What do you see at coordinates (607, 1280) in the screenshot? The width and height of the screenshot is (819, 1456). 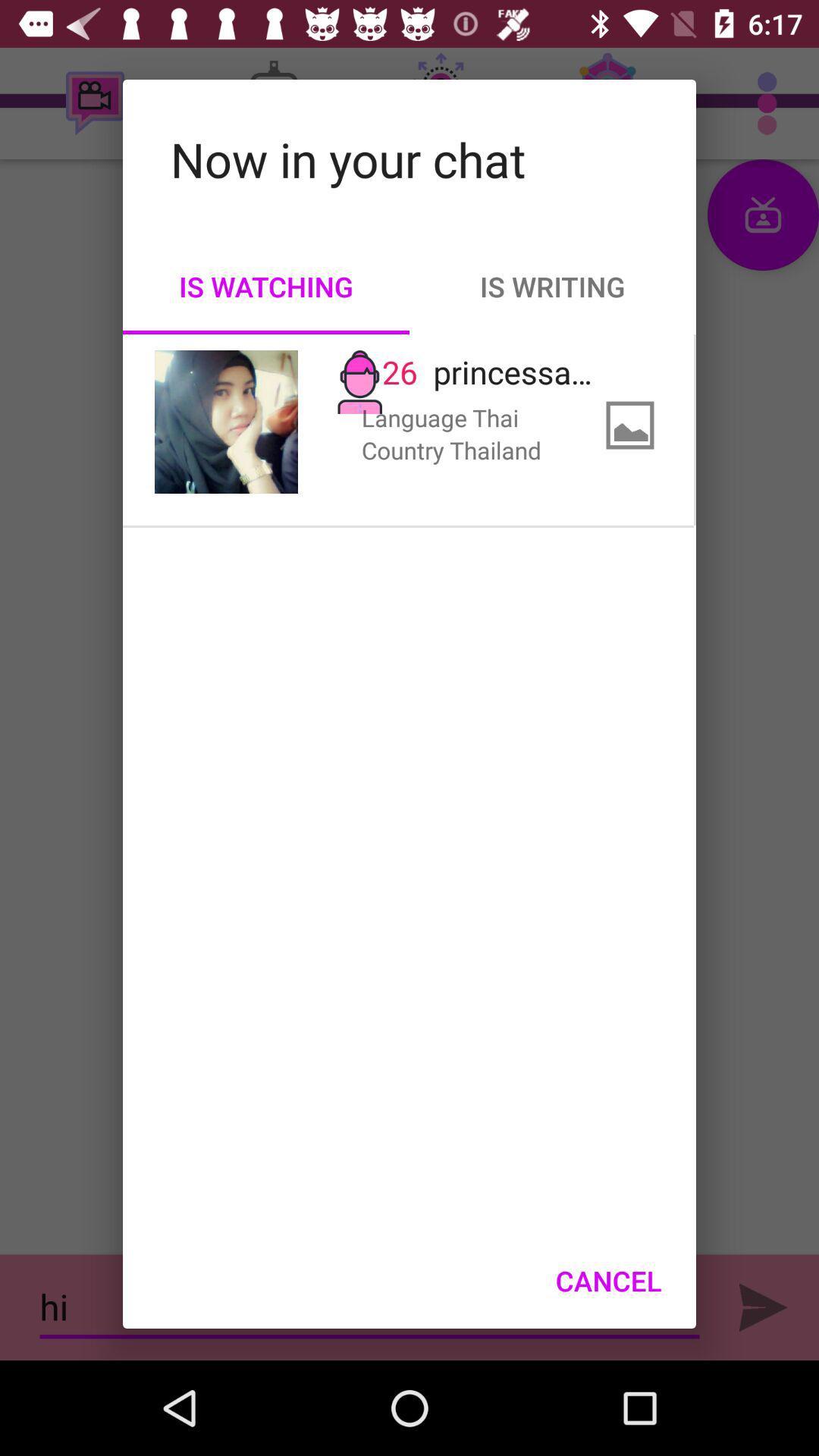 I see `the icon below country thailand item` at bounding box center [607, 1280].